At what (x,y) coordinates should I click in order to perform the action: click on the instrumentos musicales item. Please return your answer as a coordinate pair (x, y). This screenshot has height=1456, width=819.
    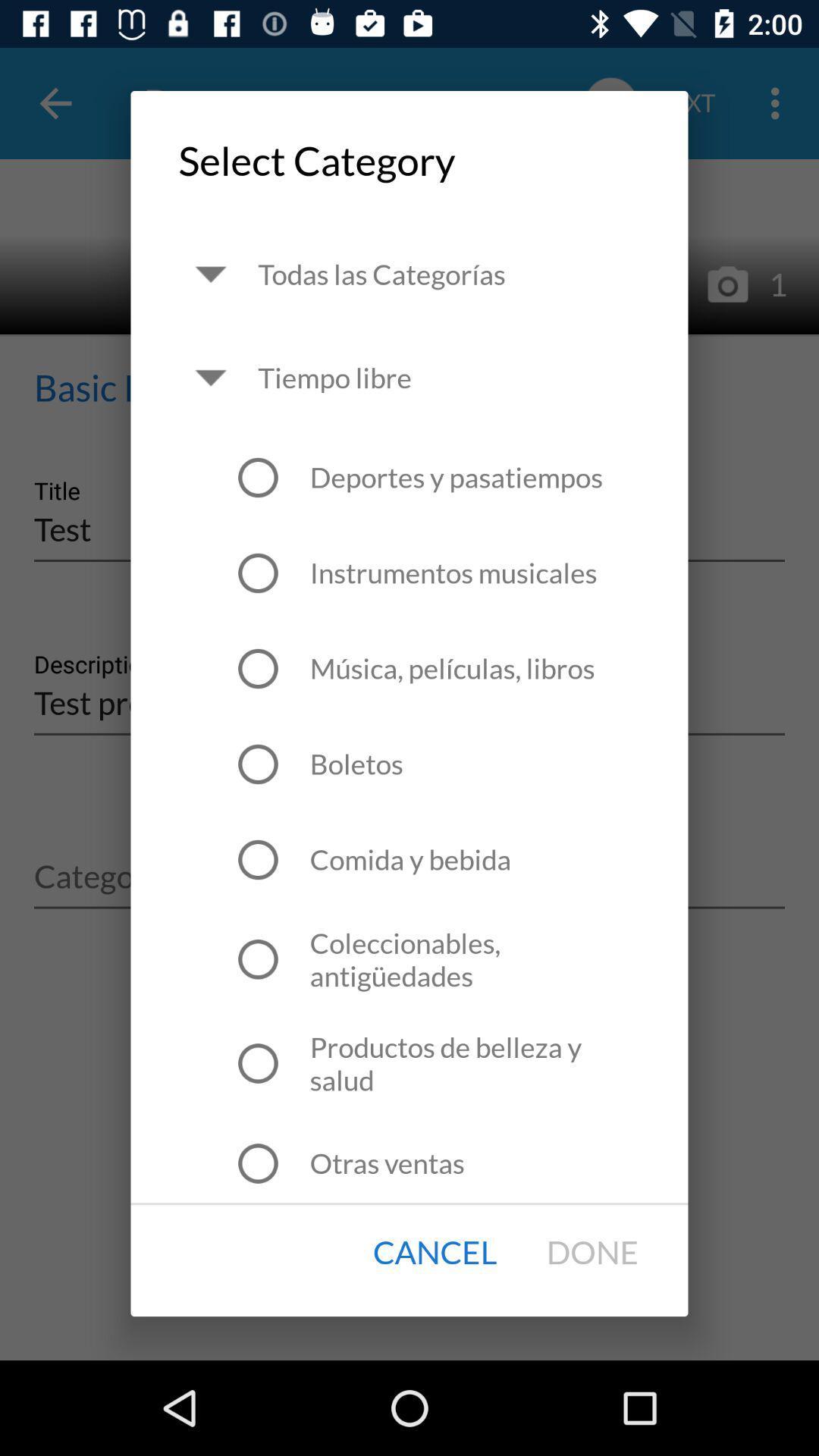
    Looking at the image, I should click on (453, 572).